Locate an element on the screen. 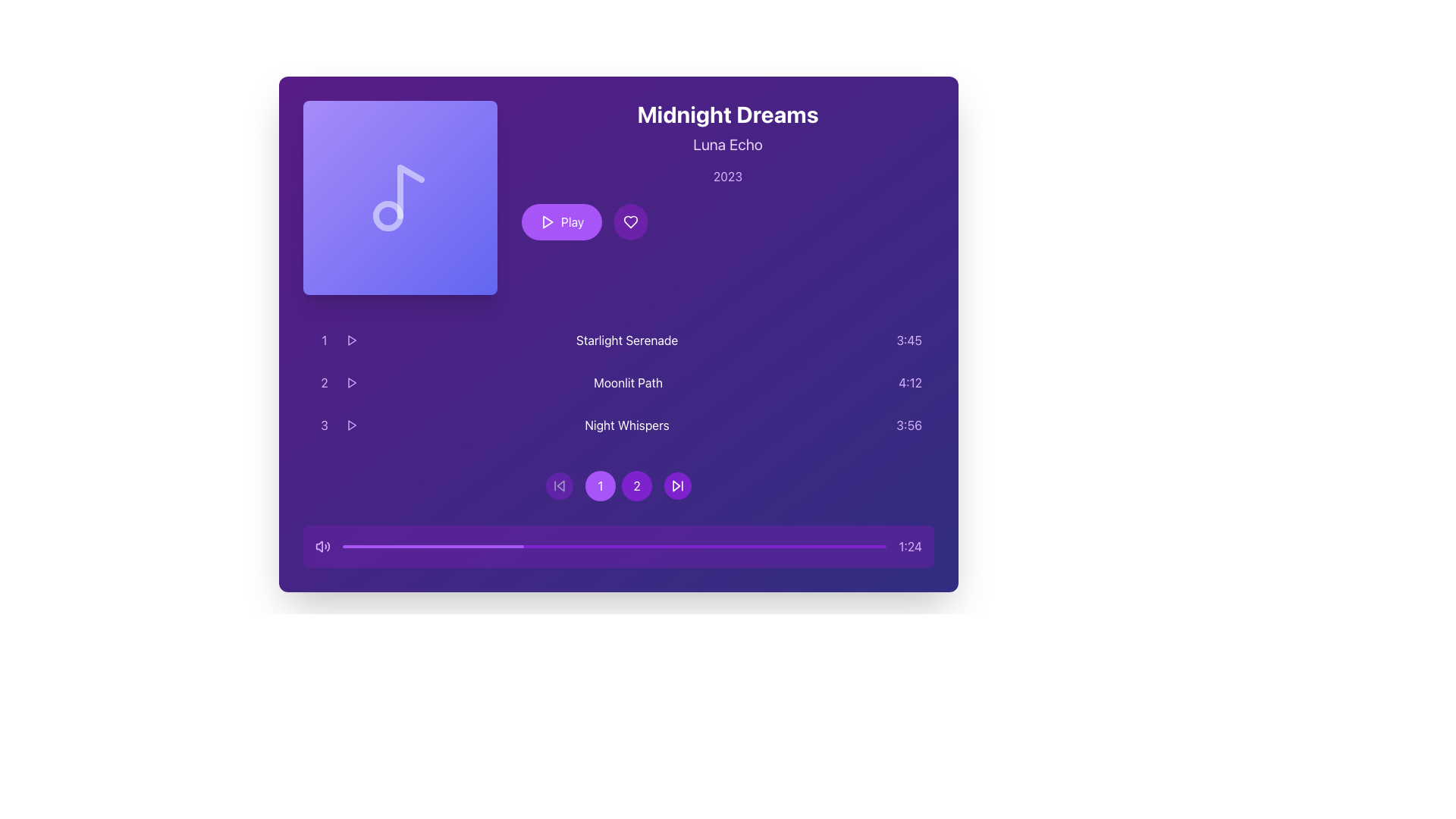 Image resolution: width=1456 pixels, height=819 pixels. the pagination control numbers '1' and '2' located centrally in the bottom navigation bar of the interface is located at coordinates (619, 485).